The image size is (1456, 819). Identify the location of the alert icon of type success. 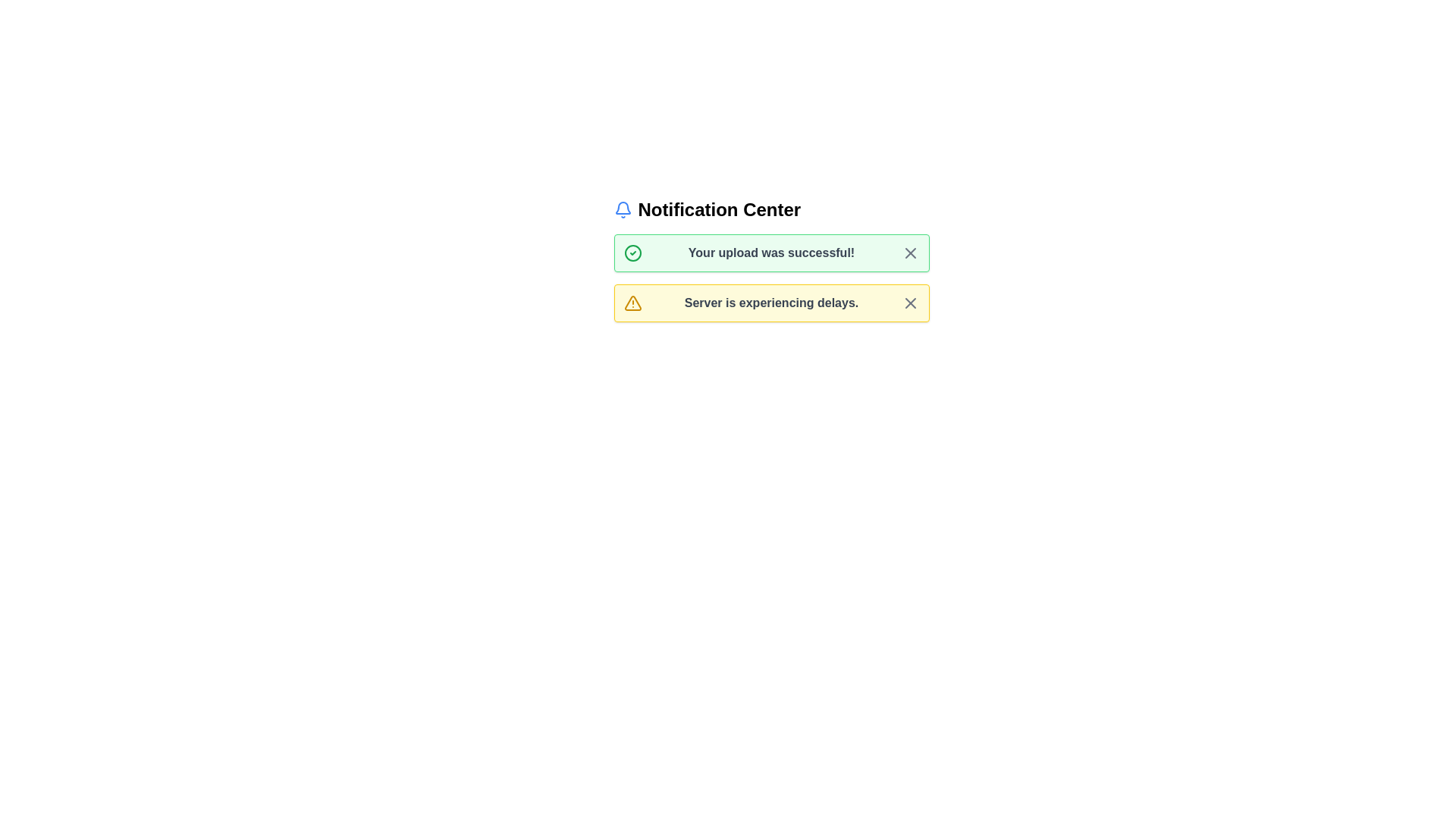
(632, 253).